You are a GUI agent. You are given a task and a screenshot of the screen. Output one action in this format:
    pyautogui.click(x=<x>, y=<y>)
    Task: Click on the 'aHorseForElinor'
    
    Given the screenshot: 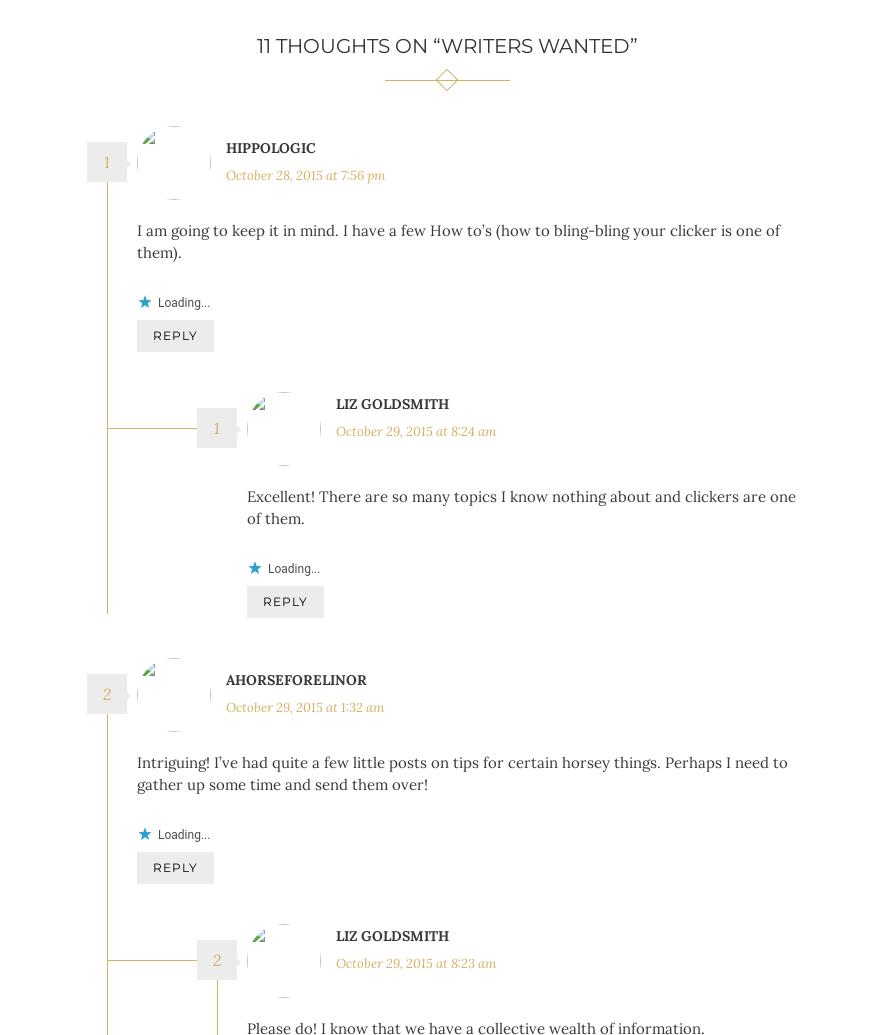 What is the action you would take?
    pyautogui.click(x=225, y=709)
    